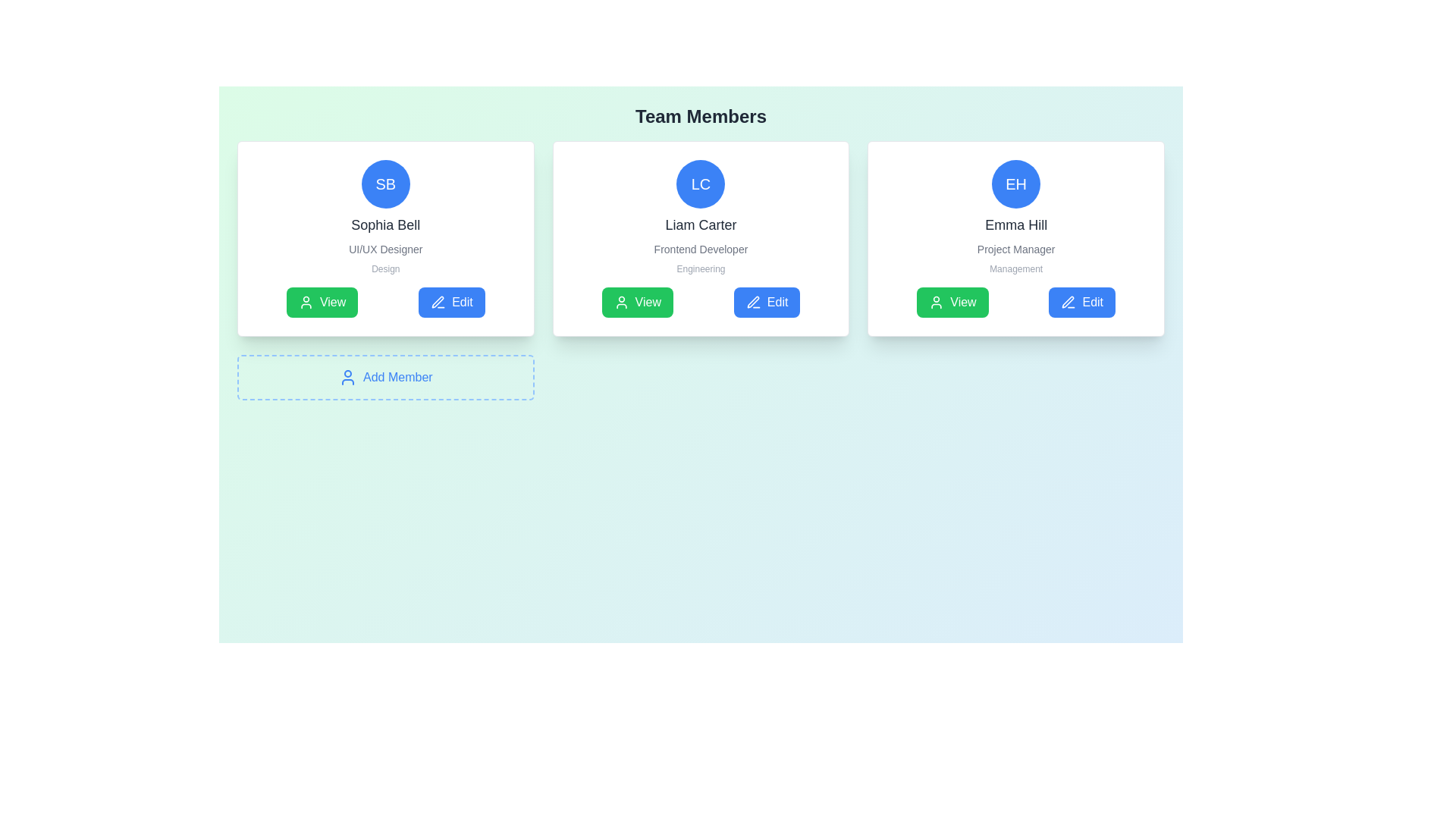 This screenshot has height=819, width=1456. I want to click on the 'Add Member' static informational component, which features a dashed blue border and a user profile icon on the left, so click(385, 376).